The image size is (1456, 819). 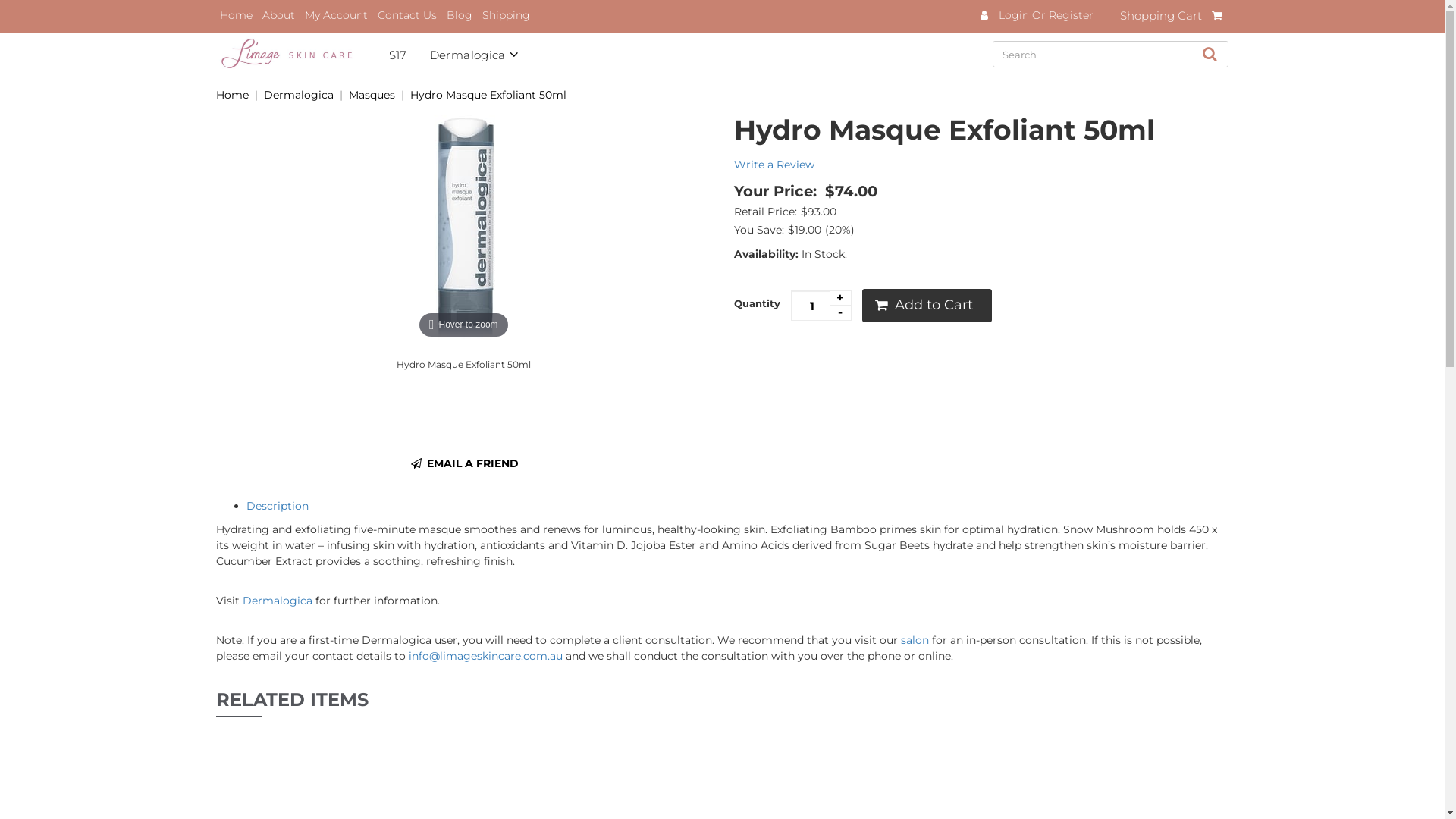 What do you see at coordinates (277, 599) in the screenshot?
I see `'Dermalogica'` at bounding box center [277, 599].